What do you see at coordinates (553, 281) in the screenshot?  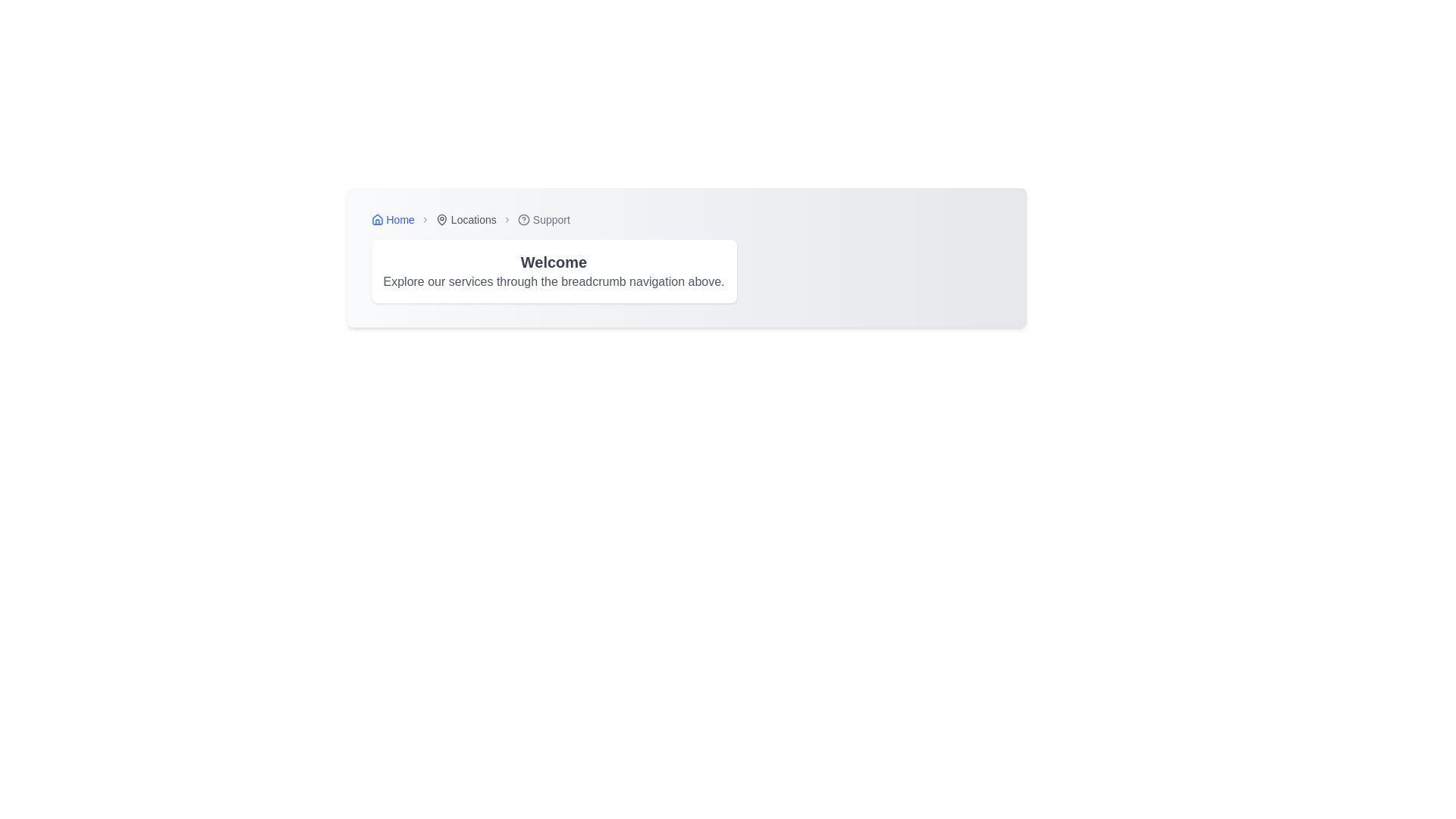 I see `the informative text block located directly under the 'Welcome' heading, which is inside a white, rounded rectangle area with padding and a shadow effect` at bounding box center [553, 281].